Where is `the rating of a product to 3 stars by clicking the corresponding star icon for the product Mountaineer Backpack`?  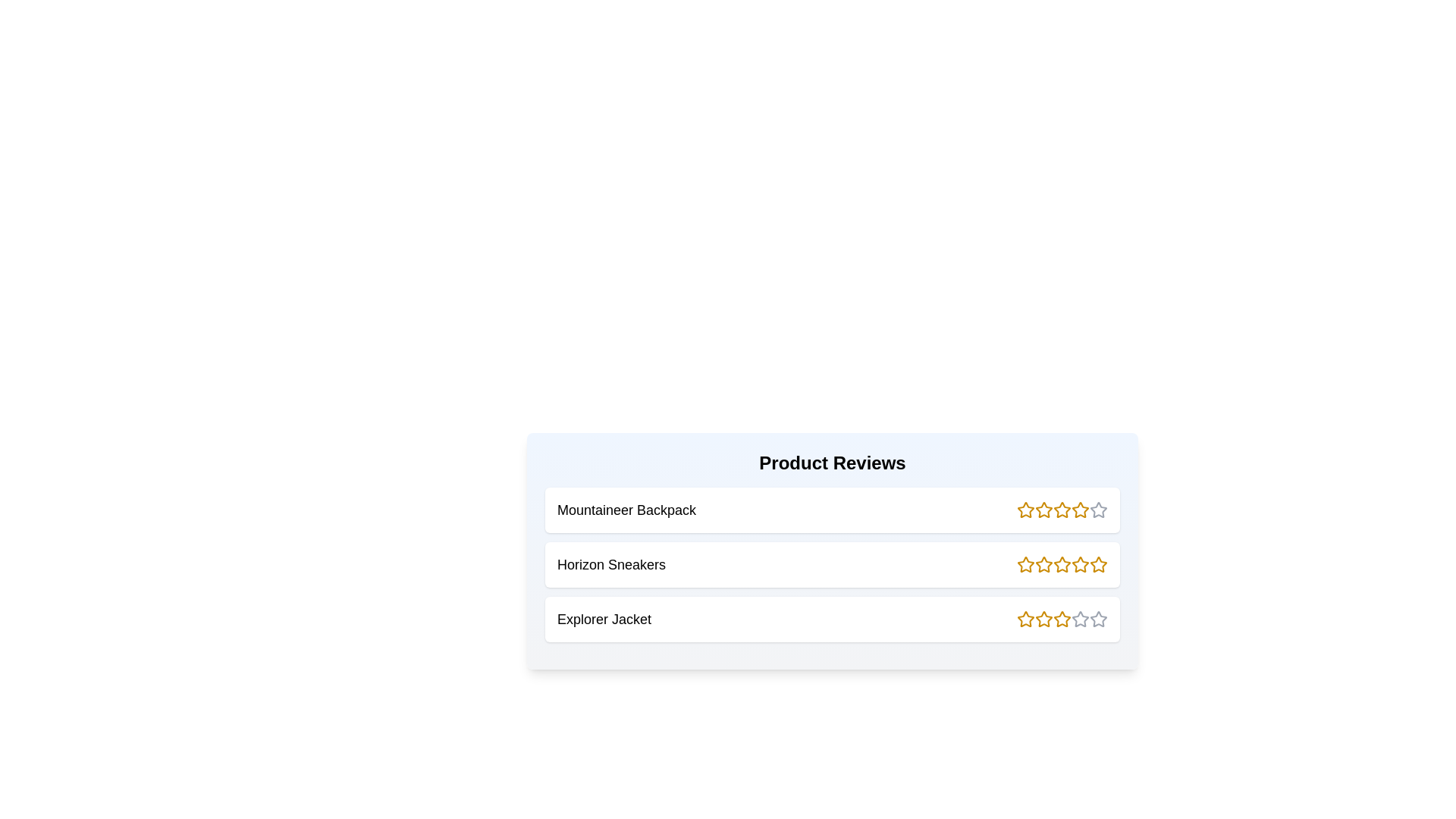
the rating of a product to 3 stars by clicking the corresponding star icon for the product Mountaineer Backpack is located at coordinates (1062, 510).